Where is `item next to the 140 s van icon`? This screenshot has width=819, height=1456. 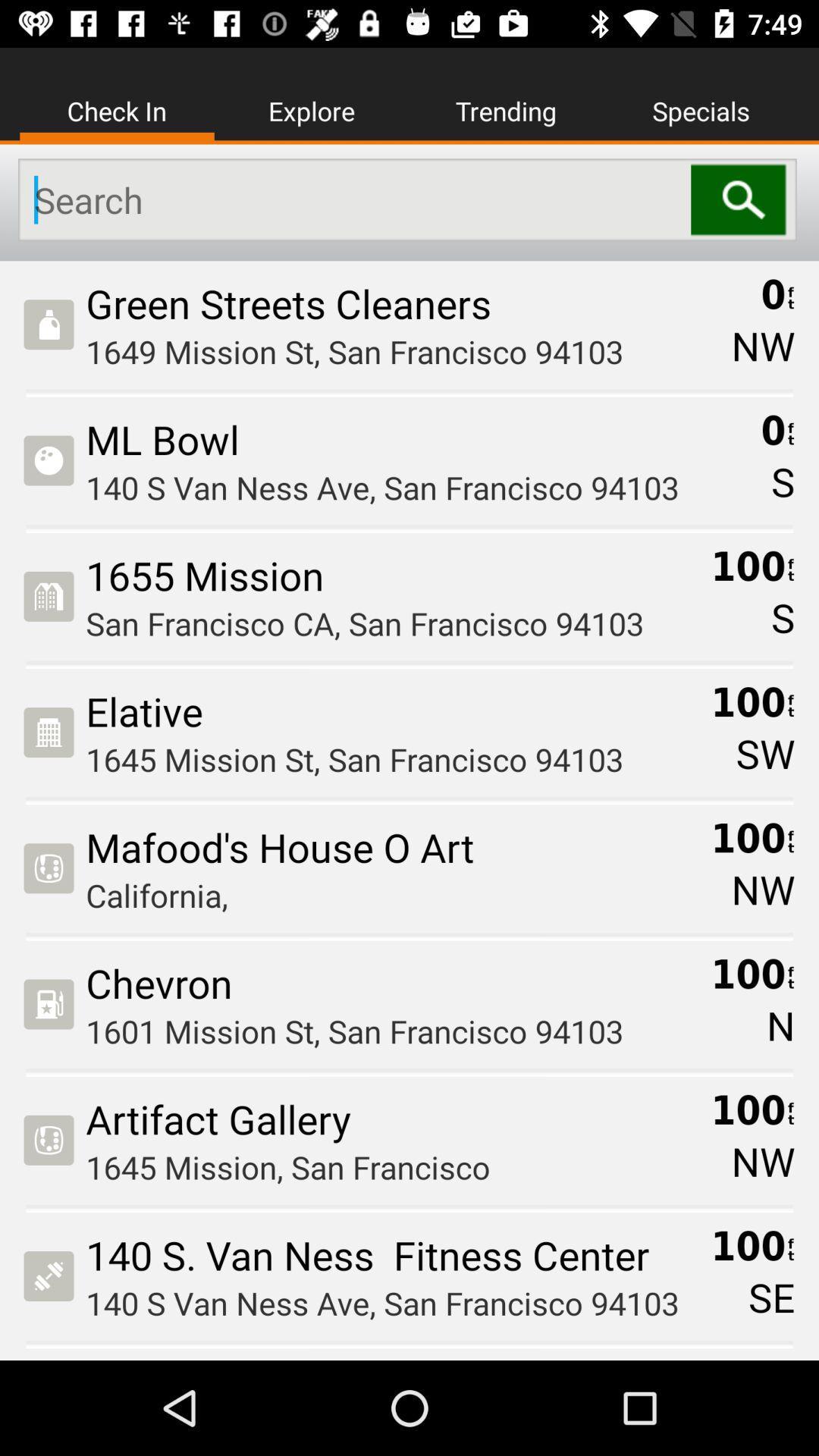 item next to the 140 s van icon is located at coordinates (771, 1296).